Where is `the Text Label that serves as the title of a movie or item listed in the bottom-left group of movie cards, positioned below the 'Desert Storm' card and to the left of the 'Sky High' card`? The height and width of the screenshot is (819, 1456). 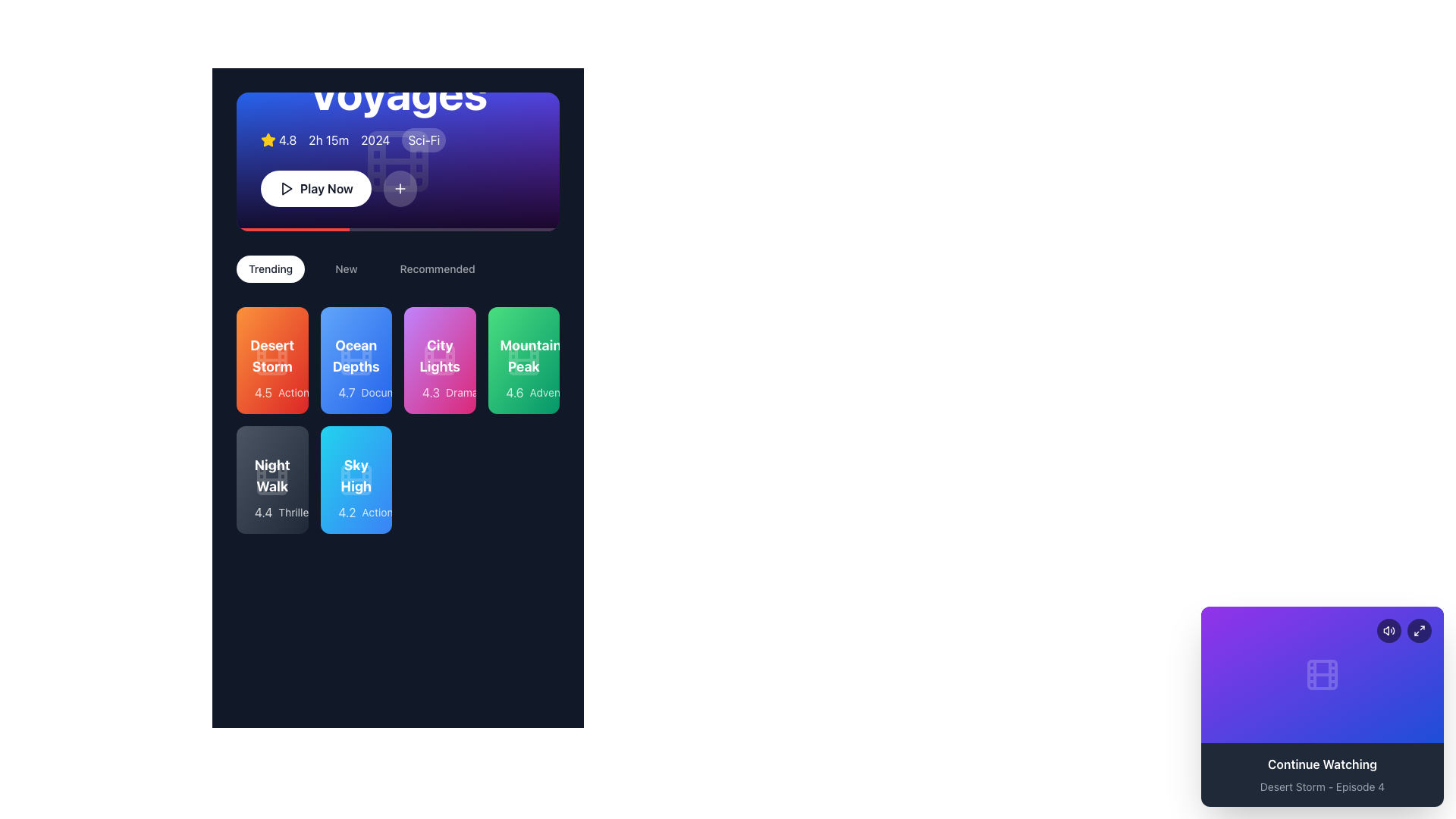 the Text Label that serves as the title of a movie or item listed in the bottom-left group of movie cards, positioned below the 'Desert Storm' card and to the left of the 'Sky High' card is located at coordinates (272, 475).